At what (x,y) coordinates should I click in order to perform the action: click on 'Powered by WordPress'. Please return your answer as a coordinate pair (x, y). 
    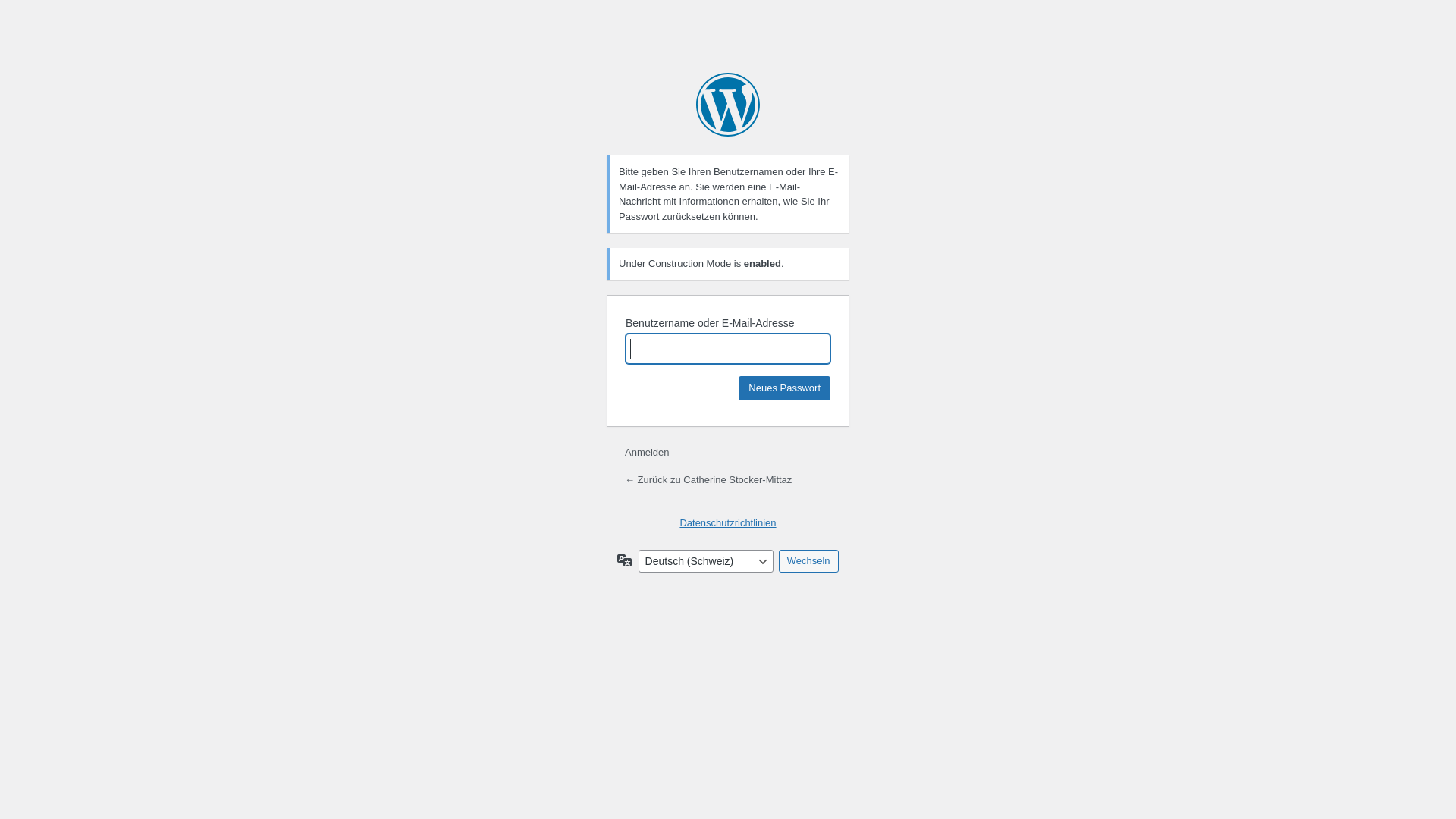
    Looking at the image, I should click on (728, 104).